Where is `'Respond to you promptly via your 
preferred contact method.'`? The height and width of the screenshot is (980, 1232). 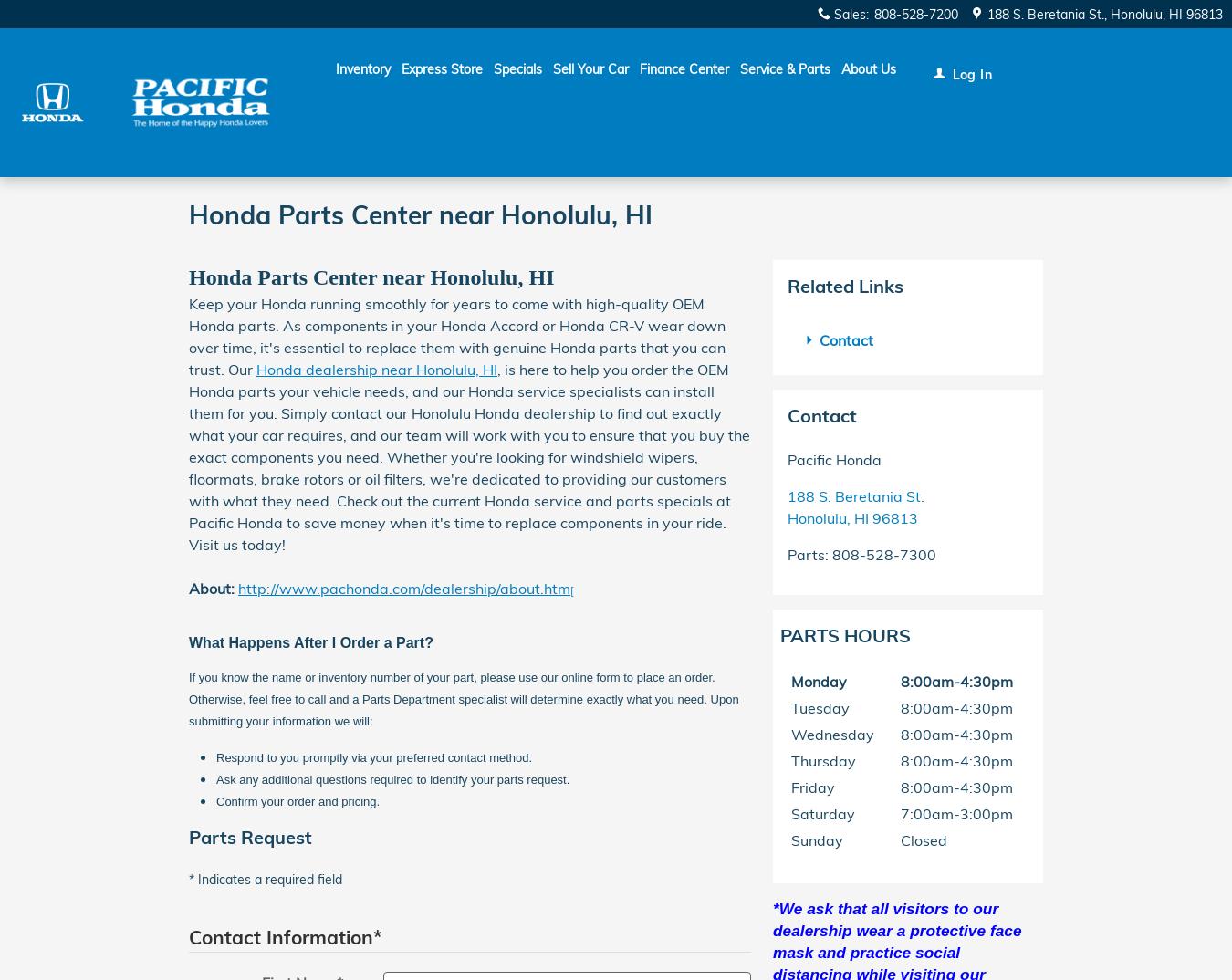 'Respond to you promptly via your 
preferred contact method.' is located at coordinates (373, 756).